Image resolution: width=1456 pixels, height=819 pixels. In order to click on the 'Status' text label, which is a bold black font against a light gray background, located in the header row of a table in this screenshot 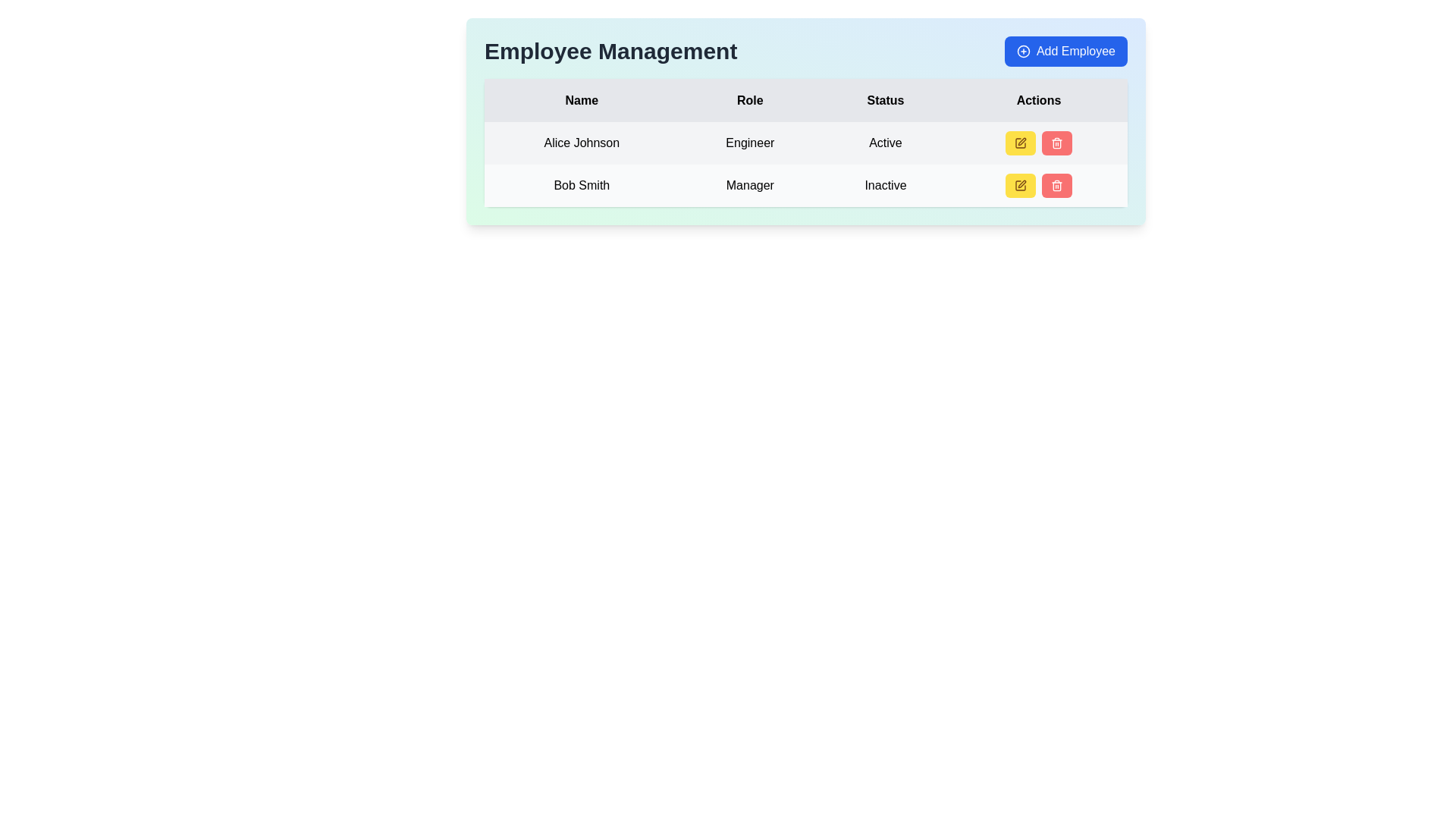, I will do `click(885, 100)`.